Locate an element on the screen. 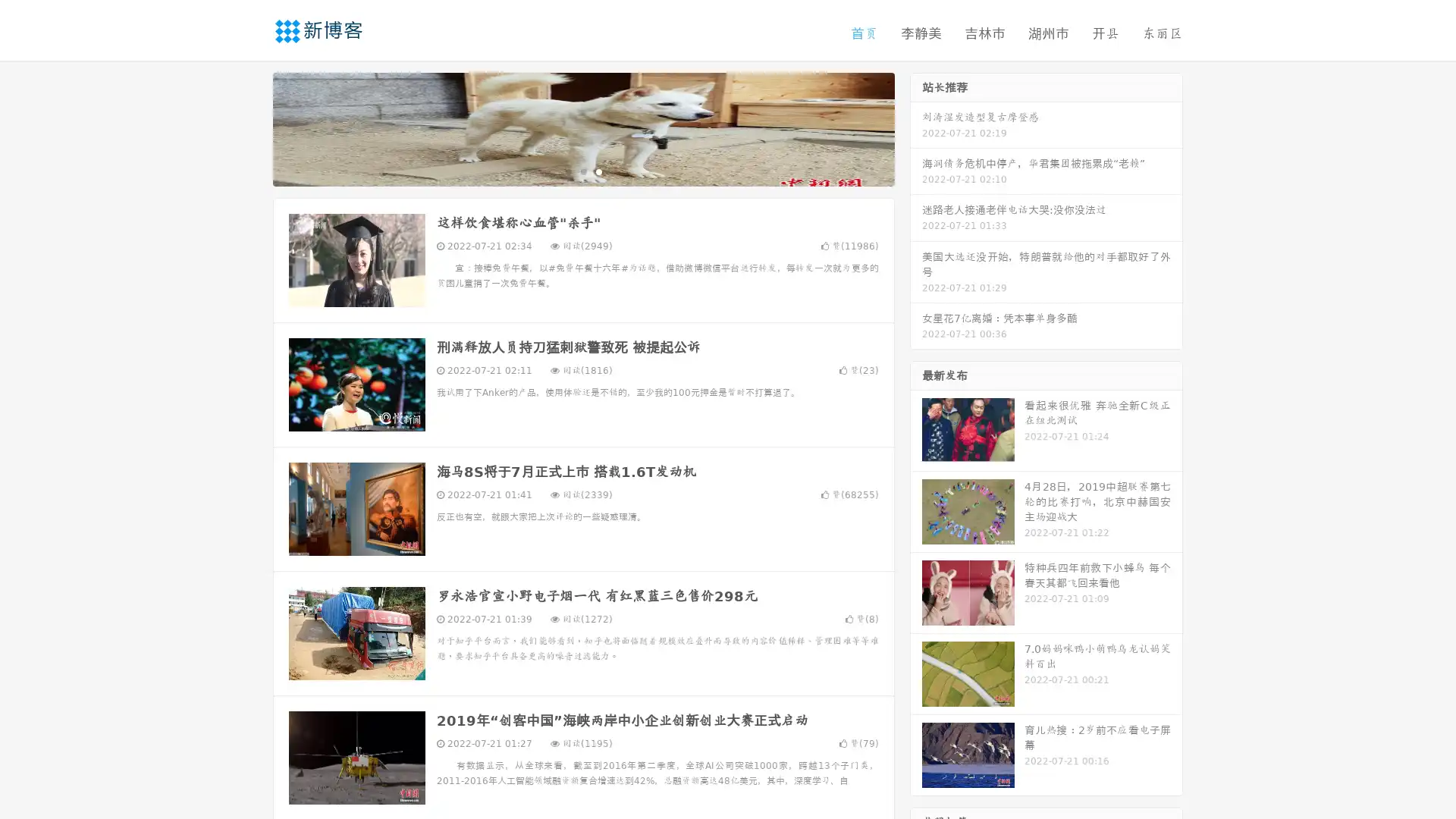 The width and height of the screenshot is (1456, 819). Previous slide is located at coordinates (250, 127).